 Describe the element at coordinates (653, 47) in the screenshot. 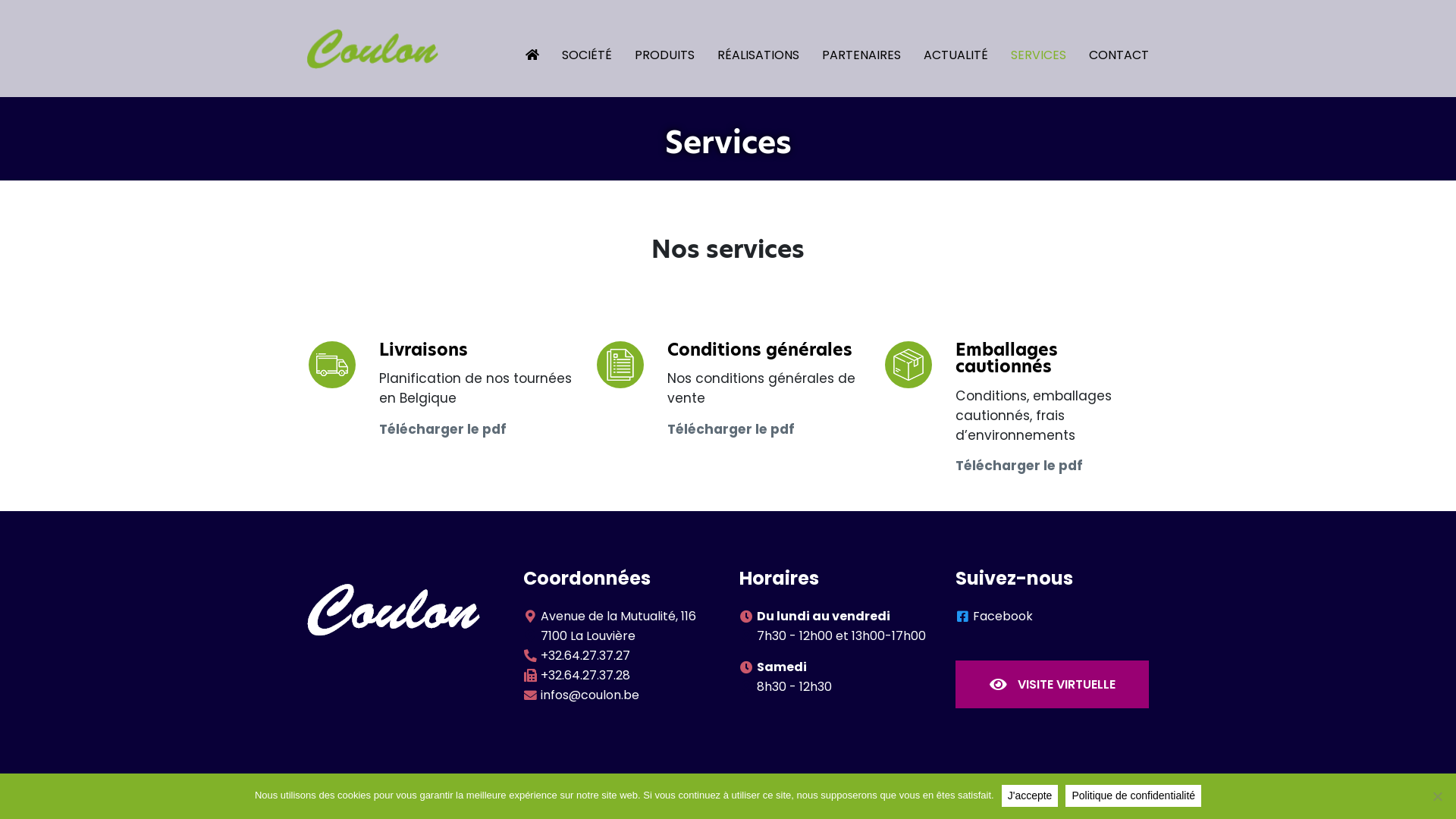

I see `'PRODUITS'` at that location.